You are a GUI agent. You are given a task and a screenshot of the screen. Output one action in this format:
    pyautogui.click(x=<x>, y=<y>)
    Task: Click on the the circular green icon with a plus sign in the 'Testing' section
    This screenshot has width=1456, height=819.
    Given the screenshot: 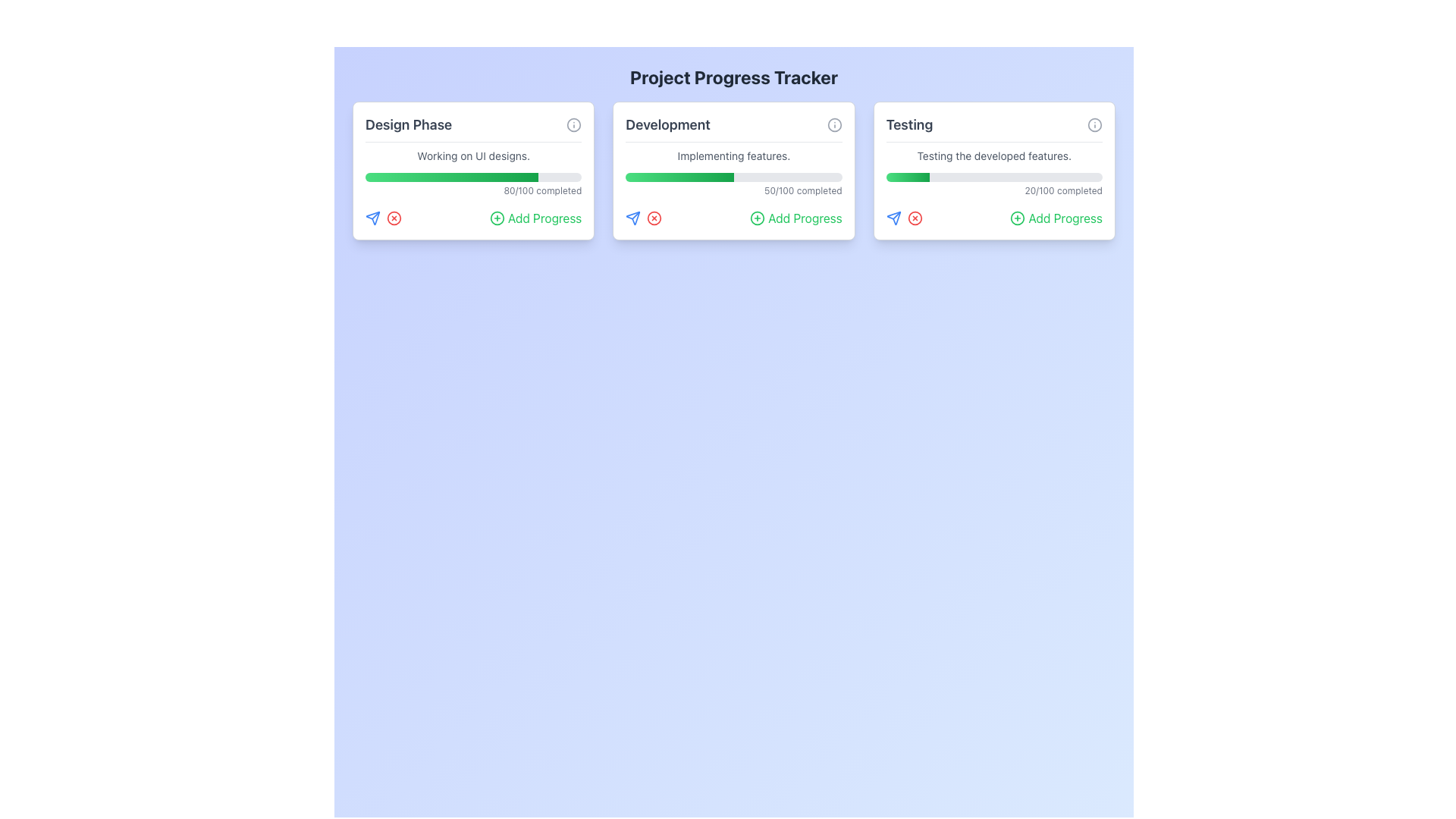 What is the action you would take?
    pyautogui.click(x=1018, y=218)
    